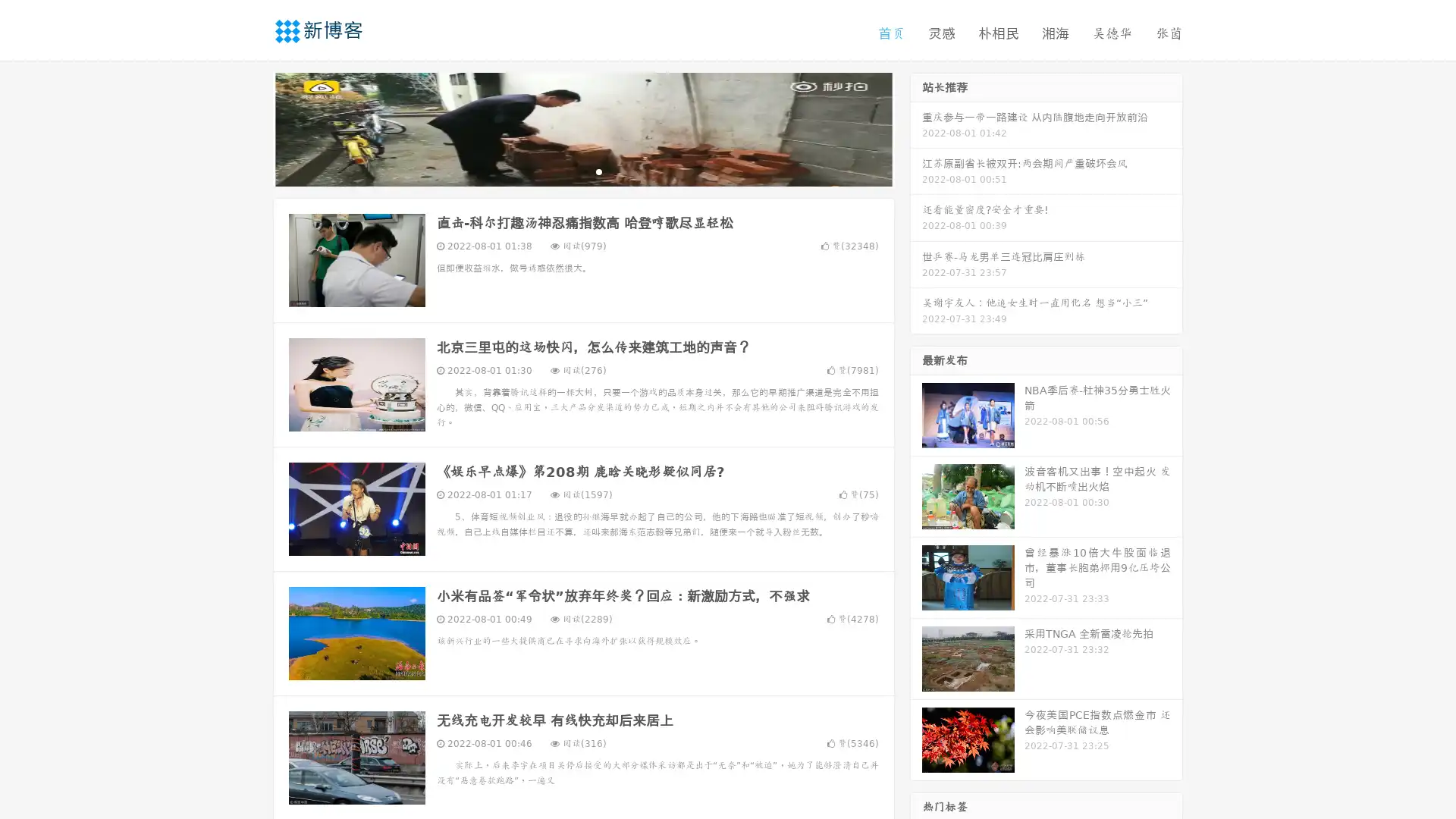  What do you see at coordinates (598, 171) in the screenshot?
I see `Go to slide 3` at bounding box center [598, 171].